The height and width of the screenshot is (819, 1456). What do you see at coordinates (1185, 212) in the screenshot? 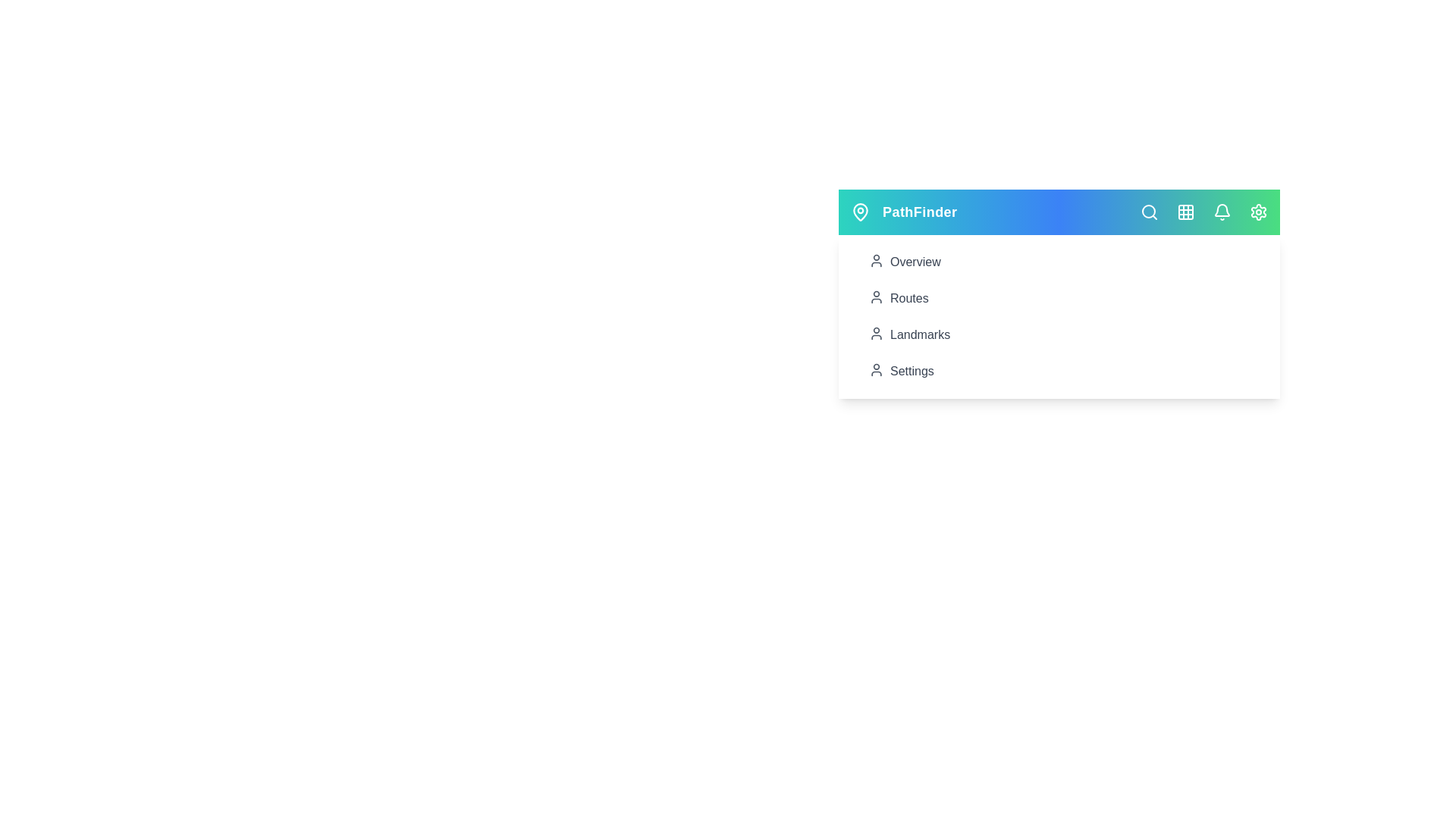
I see `the grid icon to switch to grid view` at bounding box center [1185, 212].